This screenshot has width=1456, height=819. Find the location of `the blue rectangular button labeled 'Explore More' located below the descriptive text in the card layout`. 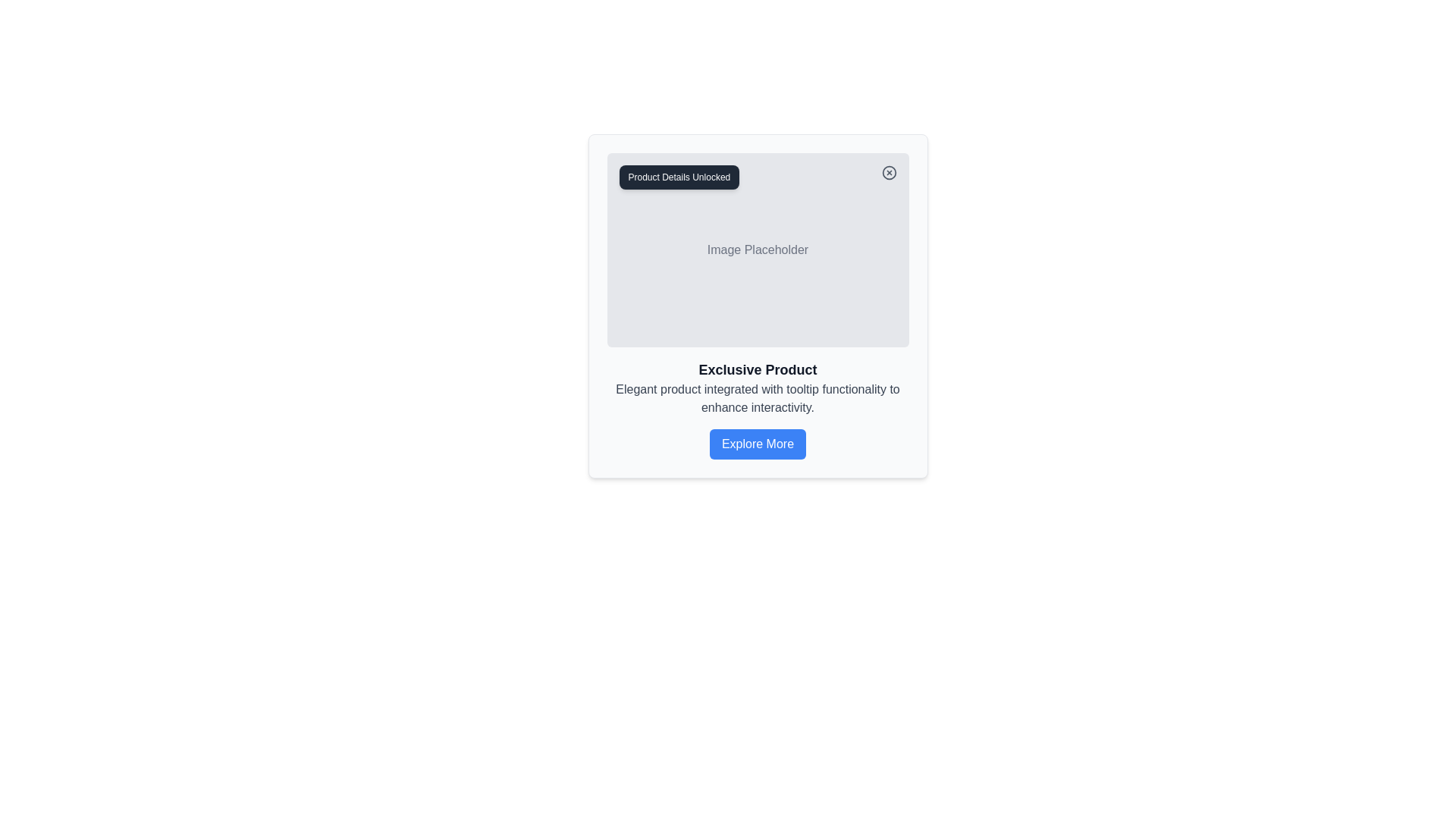

the blue rectangular button labeled 'Explore More' located below the descriptive text in the card layout is located at coordinates (758, 444).